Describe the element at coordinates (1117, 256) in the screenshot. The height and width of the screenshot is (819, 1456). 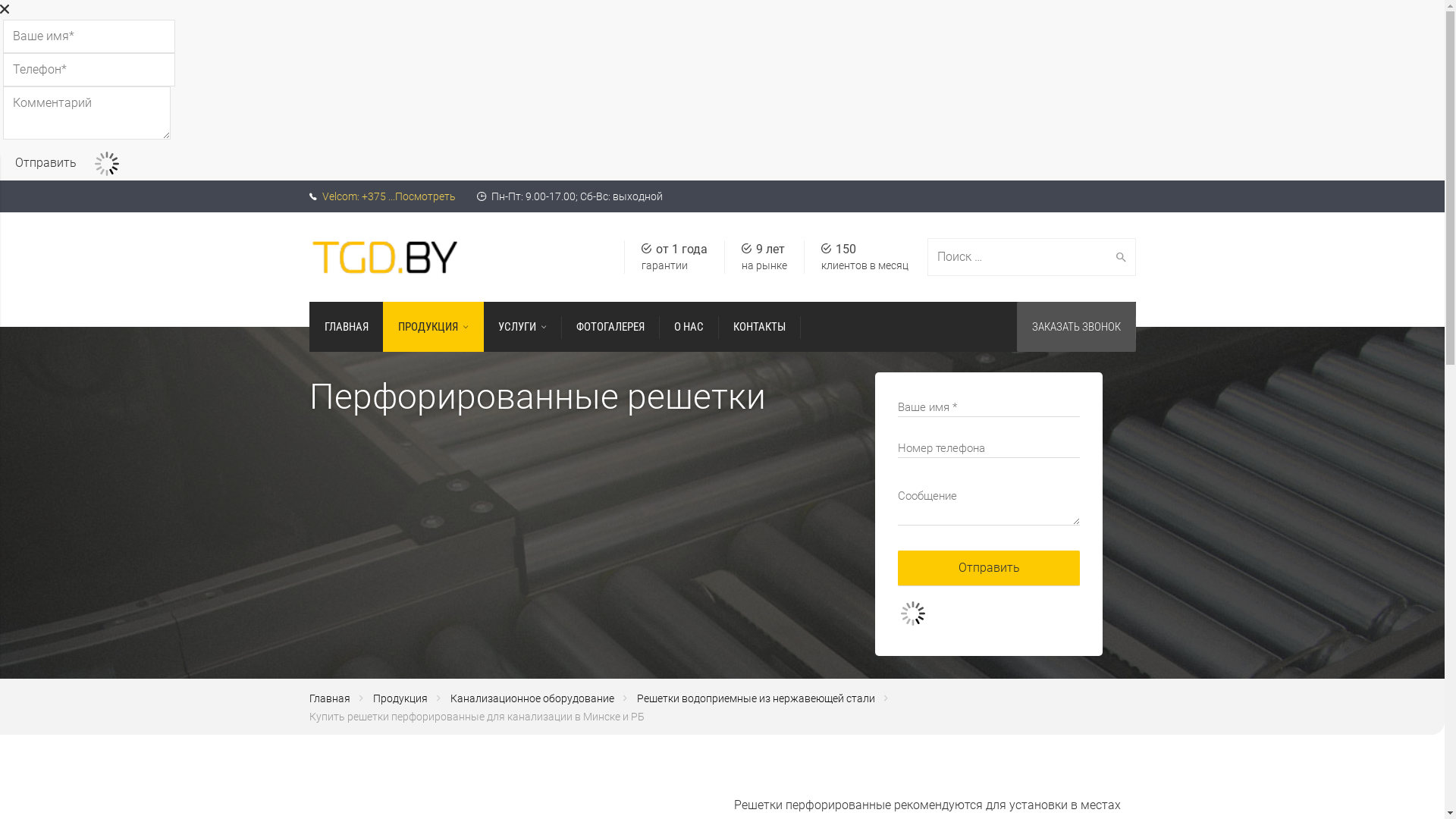
I see `'Search'` at that location.